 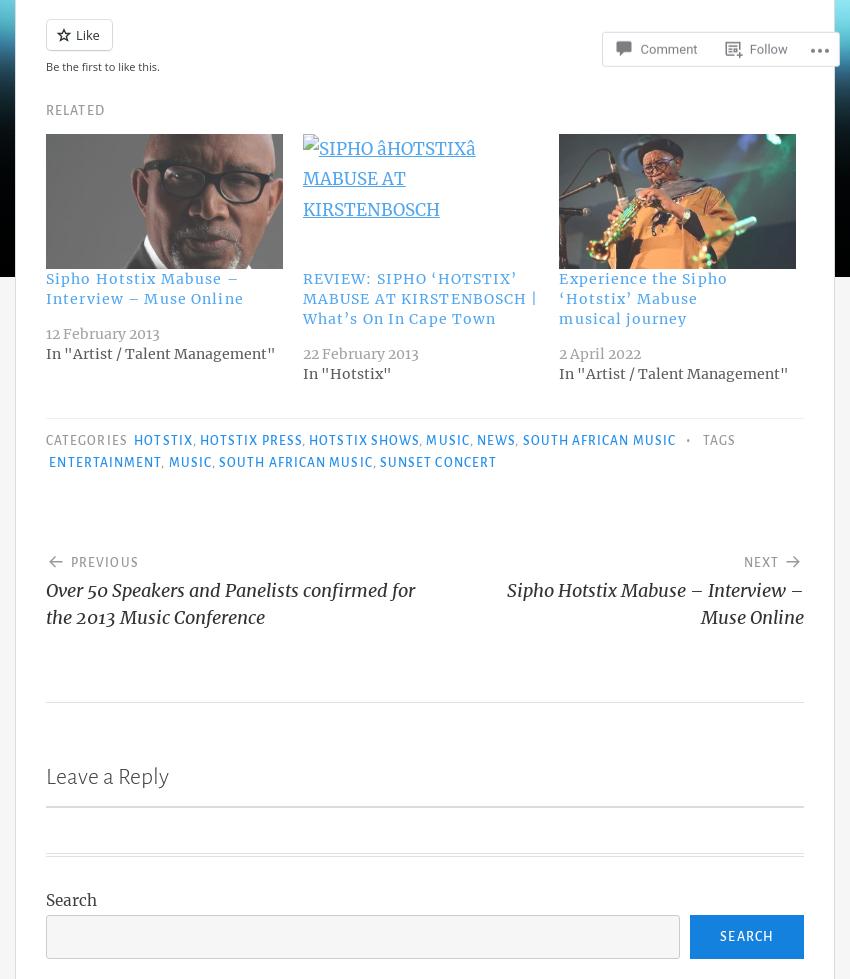 What do you see at coordinates (766, 14) in the screenshot?
I see `'Follow'` at bounding box center [766, 14].